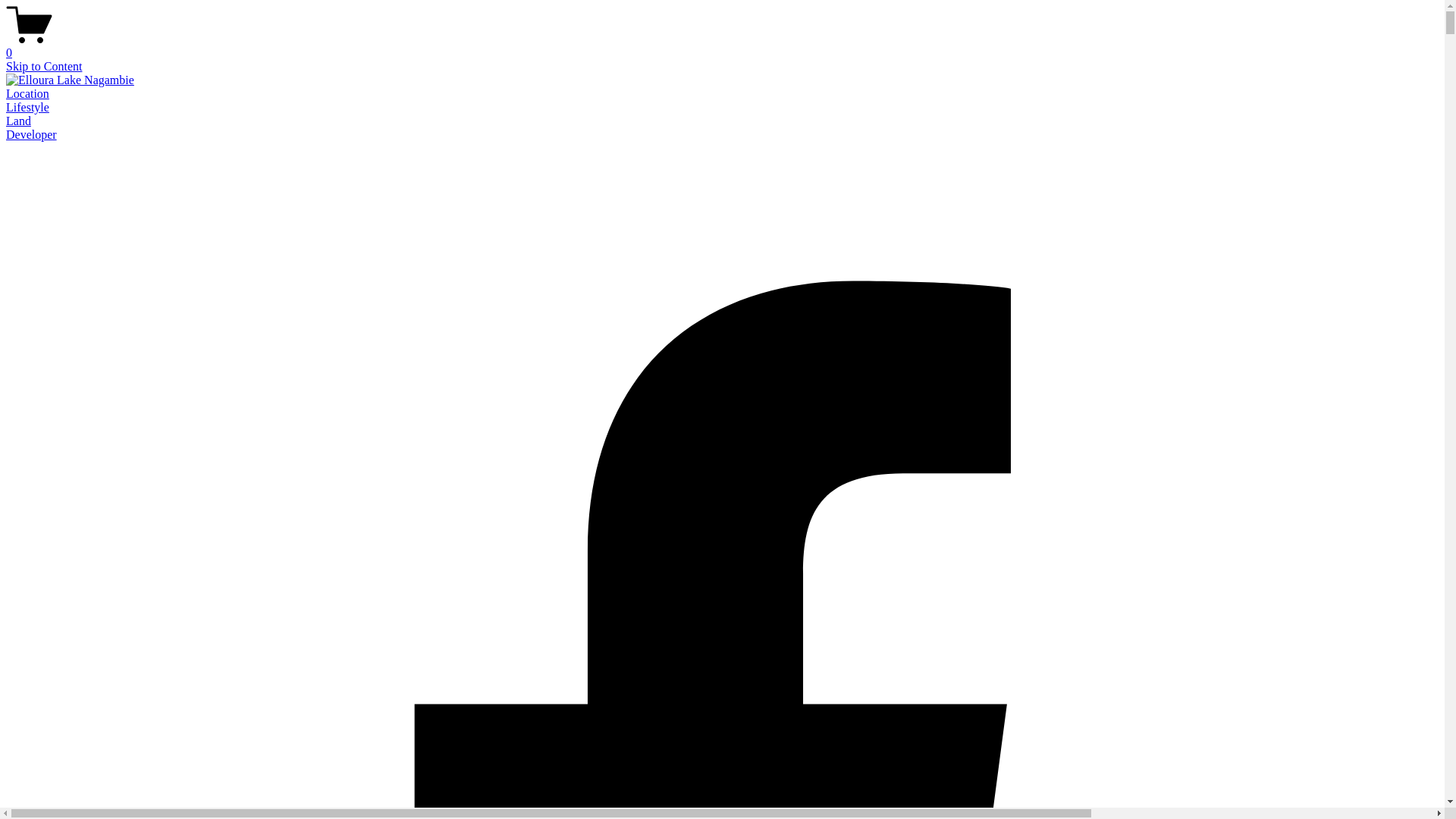 This screenshot has width=1456, height=819. I want to click on '0', so click(721, 45).